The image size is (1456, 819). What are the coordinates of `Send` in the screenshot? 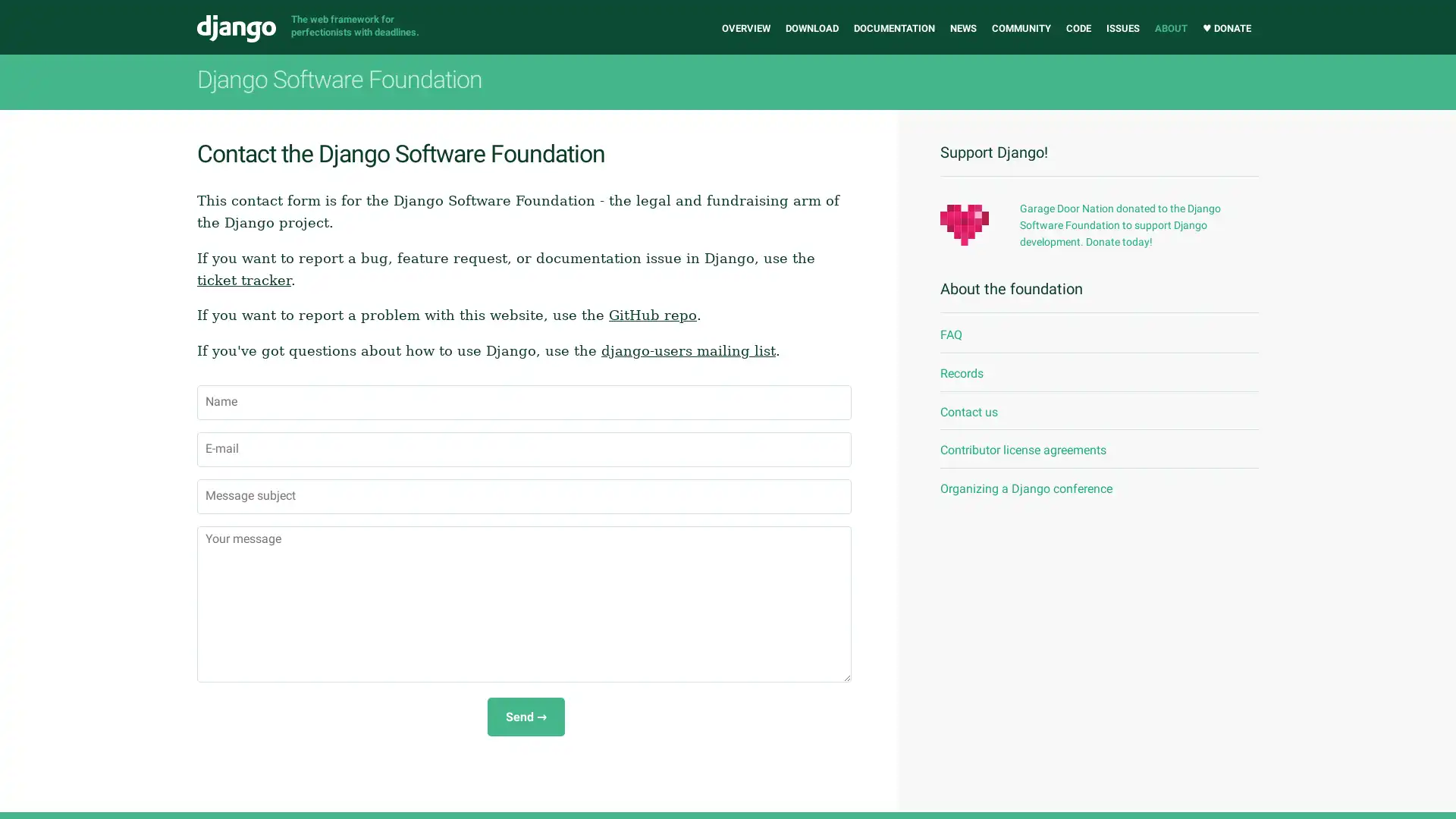 It's located at (526, 716).